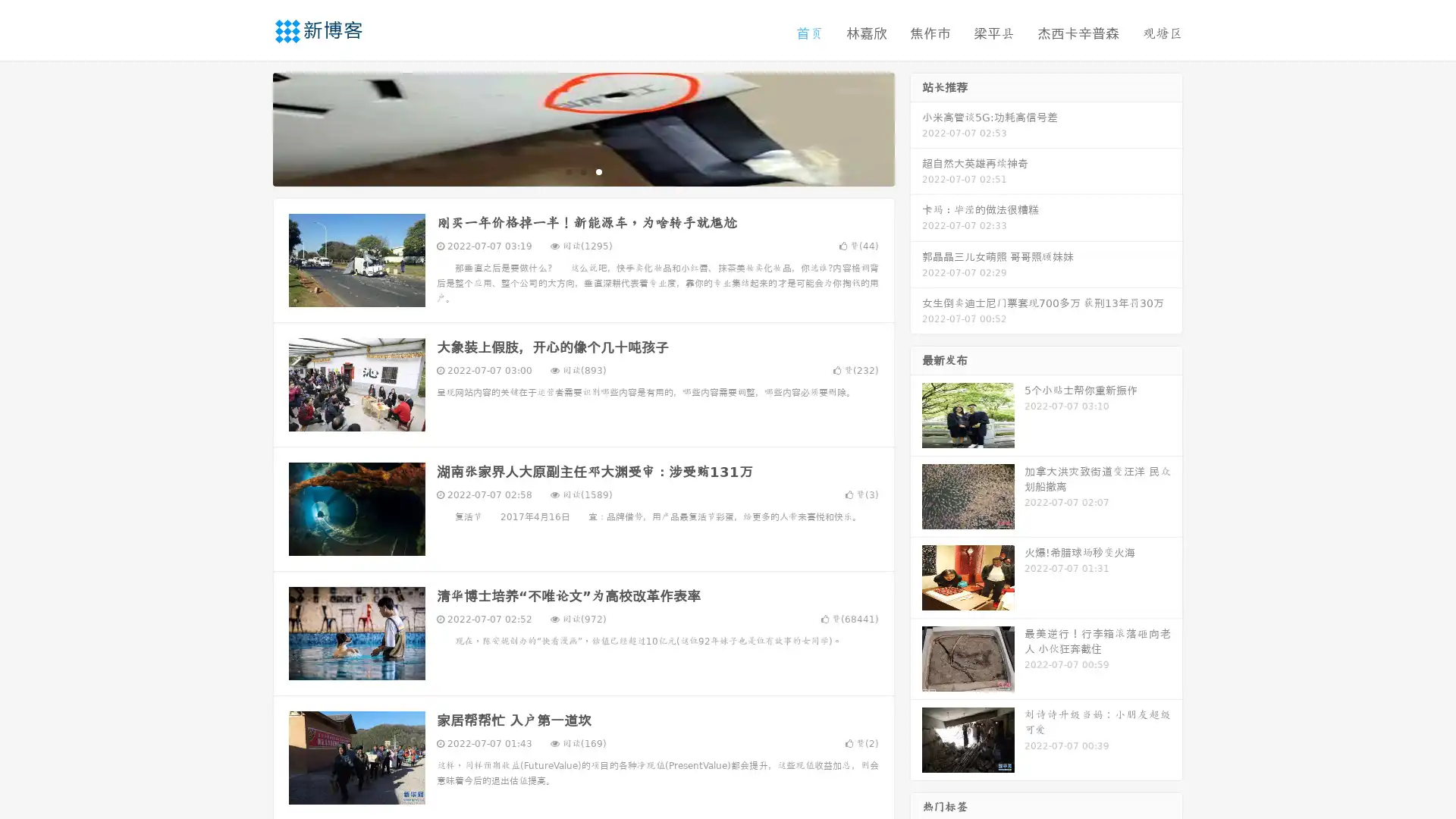 Image resolution: width=1456 pixels, height=819 pixels. Describe the element at coordinates (567, 171) in the screenshot. I see `Go to slide 1` at that location.